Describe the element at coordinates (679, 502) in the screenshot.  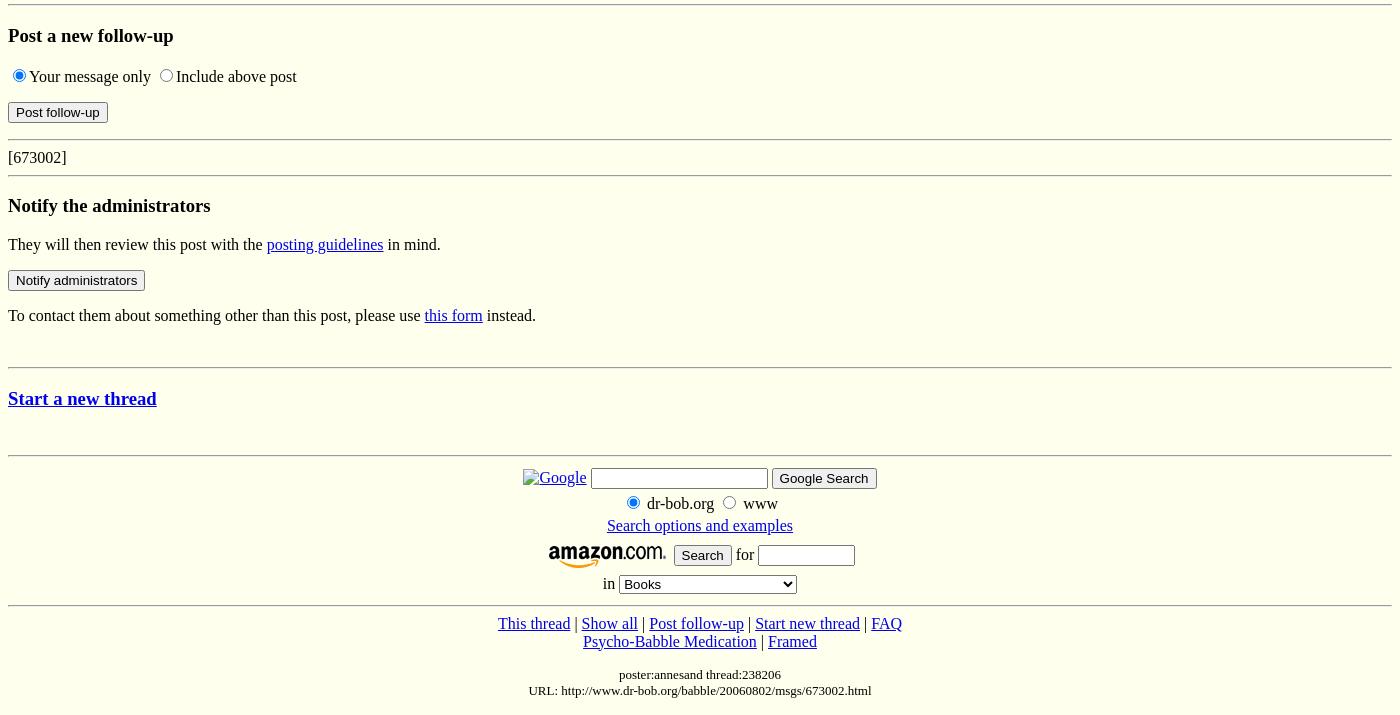
I see `'dr-bob.org'` at that location.